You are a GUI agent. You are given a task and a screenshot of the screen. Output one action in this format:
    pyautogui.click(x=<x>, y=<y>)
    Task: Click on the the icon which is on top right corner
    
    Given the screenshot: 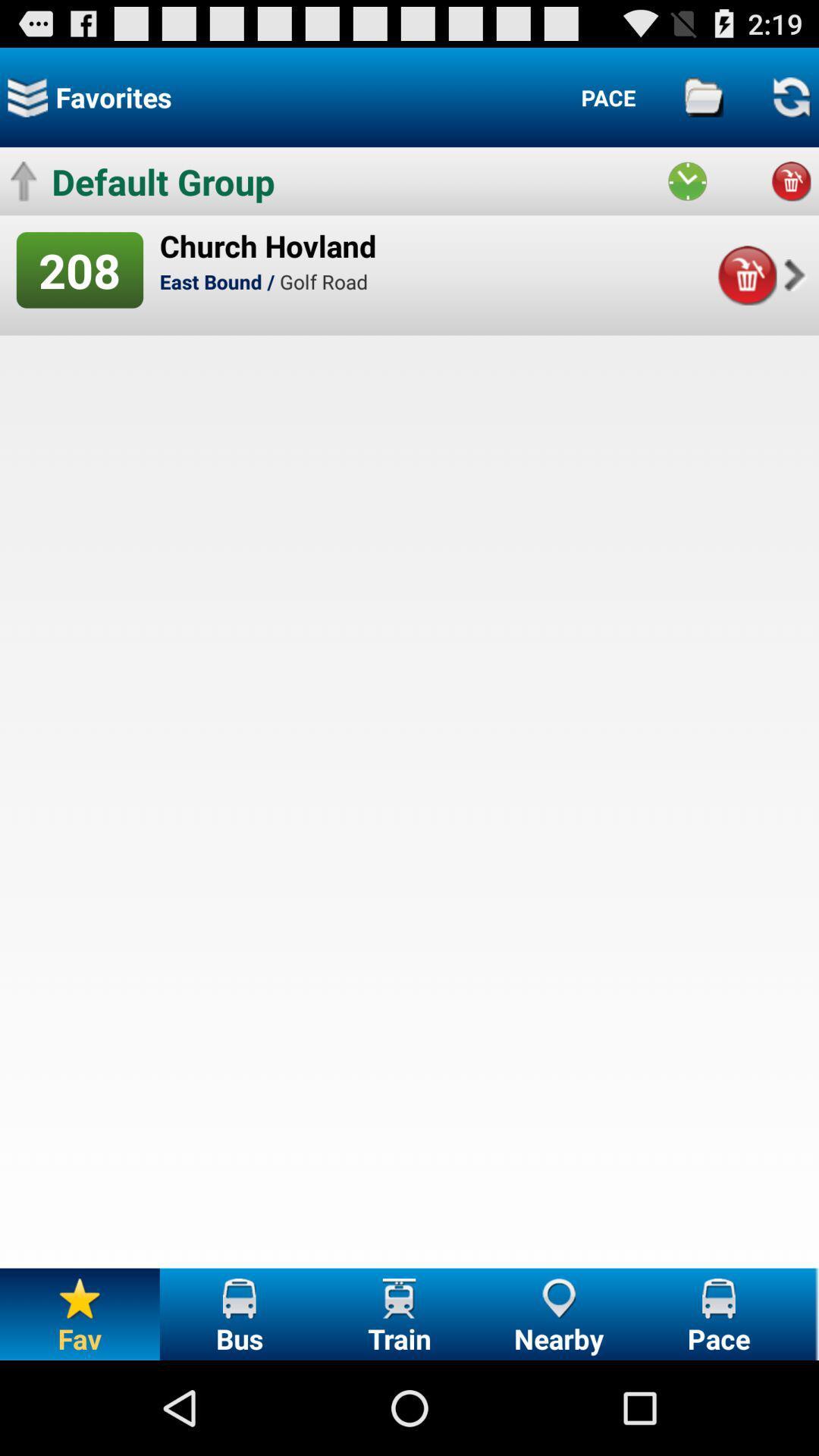 What is the action you would take?
    pyautogui.click(x=790, y=96)
    